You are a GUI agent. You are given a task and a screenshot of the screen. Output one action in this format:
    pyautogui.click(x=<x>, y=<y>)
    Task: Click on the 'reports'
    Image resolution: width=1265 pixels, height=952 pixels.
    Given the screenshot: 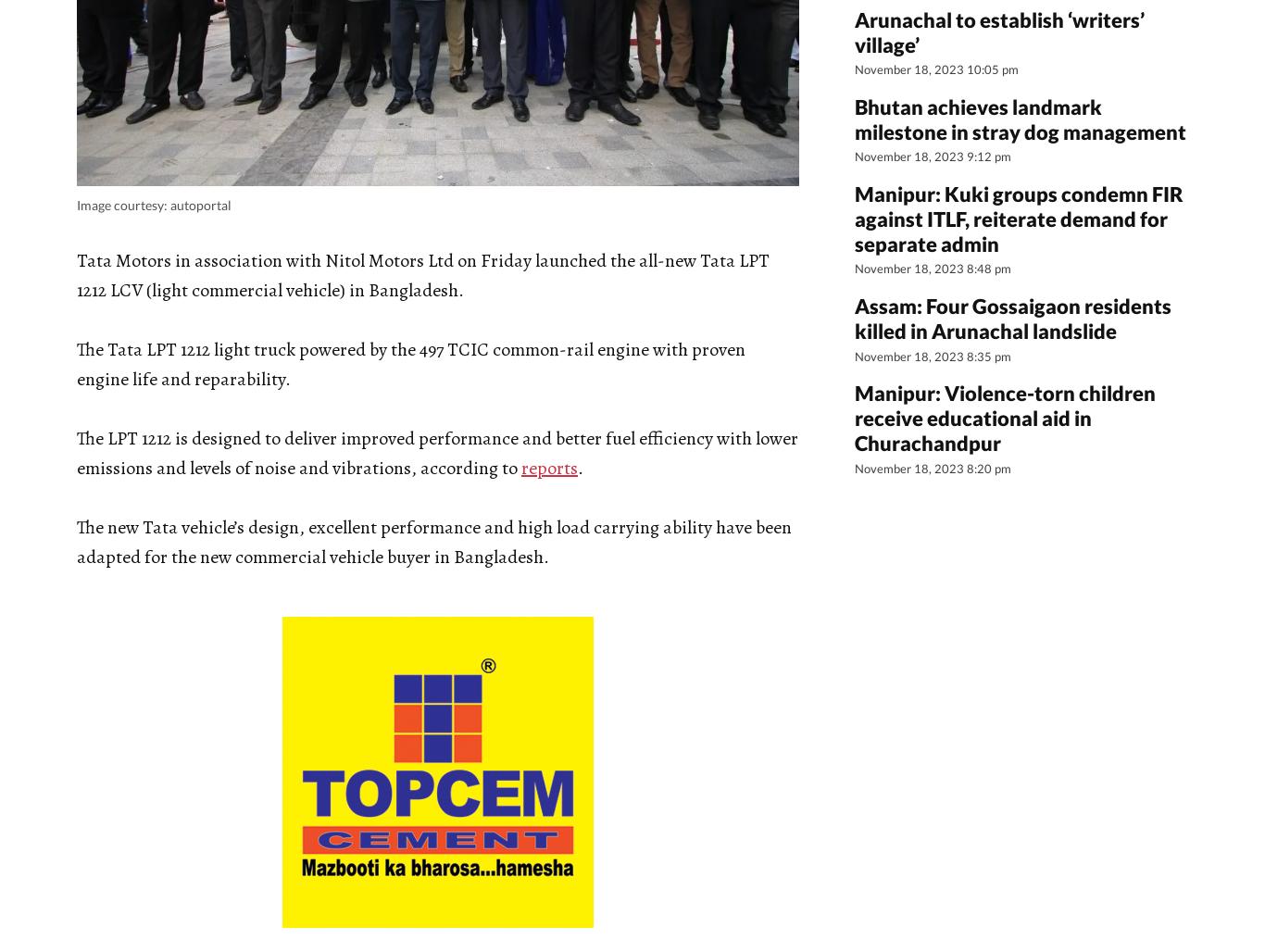 What is the action you would take?
    pyautogui.click(x=548, y=466)
    